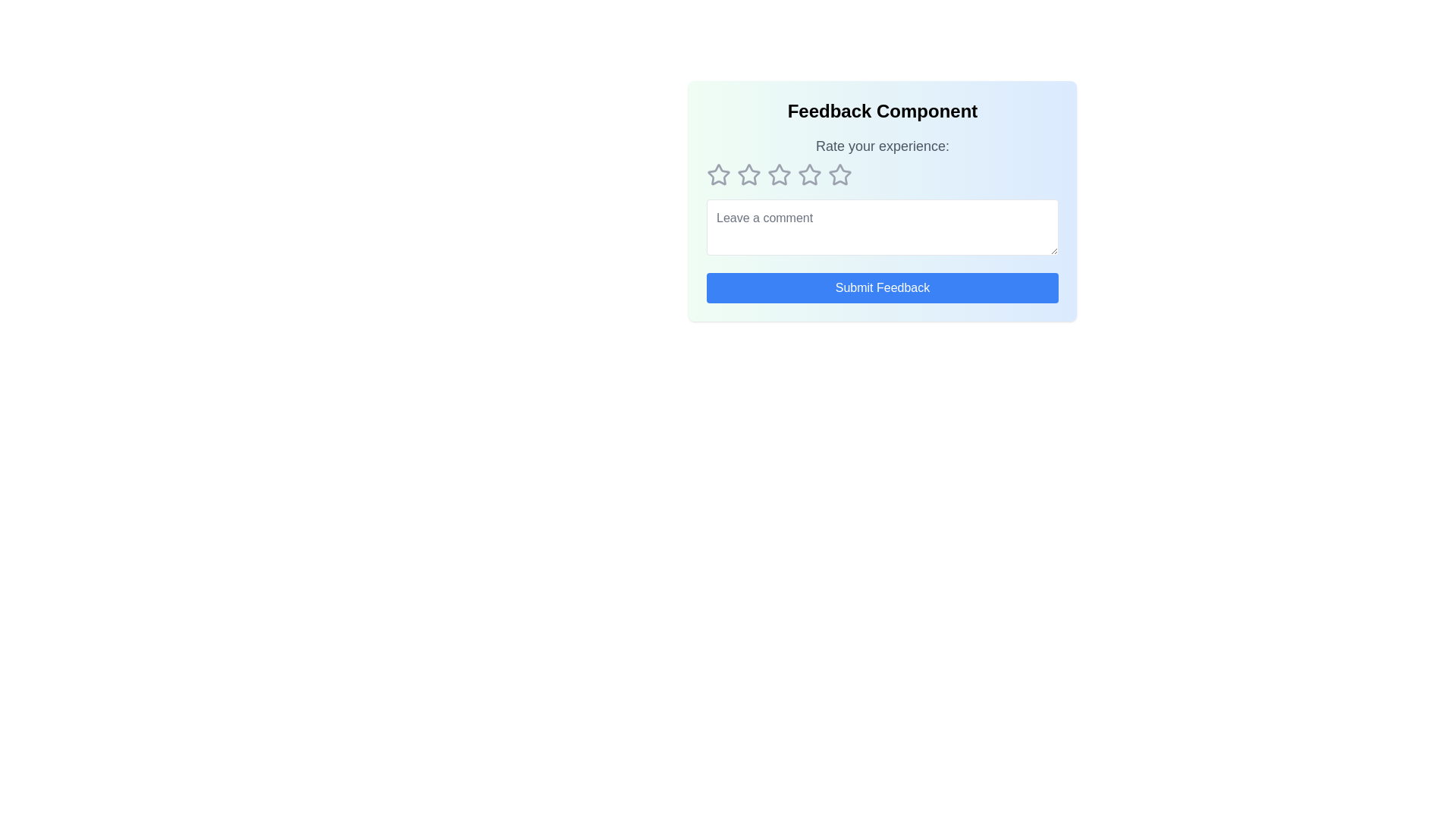 The image size is (1456, 819). What do you see at coordinates (839, 174) in the screenshot?
I see `the fourth star icon in the horizontal row of five stars used for rating` at bounding box center [839, 174].